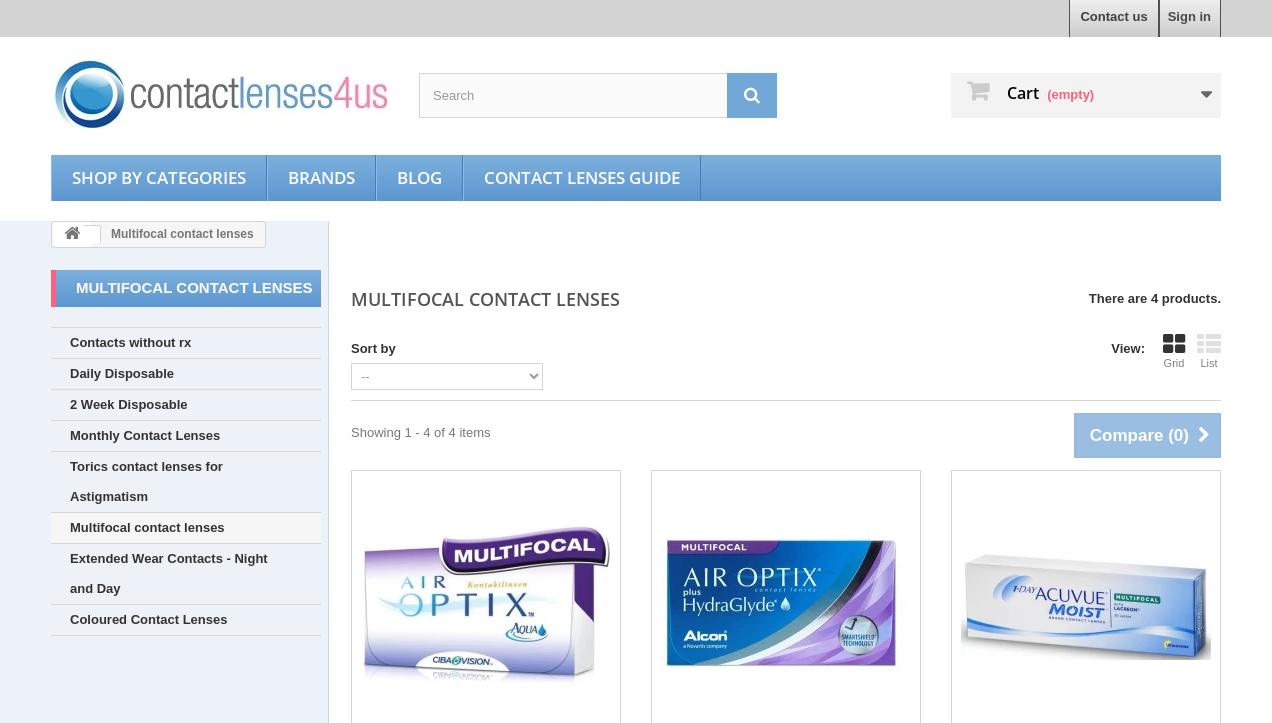 This screenshot has height=723, width=1272. What do you see at coordinates (349, 431) in the screenshot?
I see `'Showing 1 - 4 of 4 items'` at bounding box center [349, 431].